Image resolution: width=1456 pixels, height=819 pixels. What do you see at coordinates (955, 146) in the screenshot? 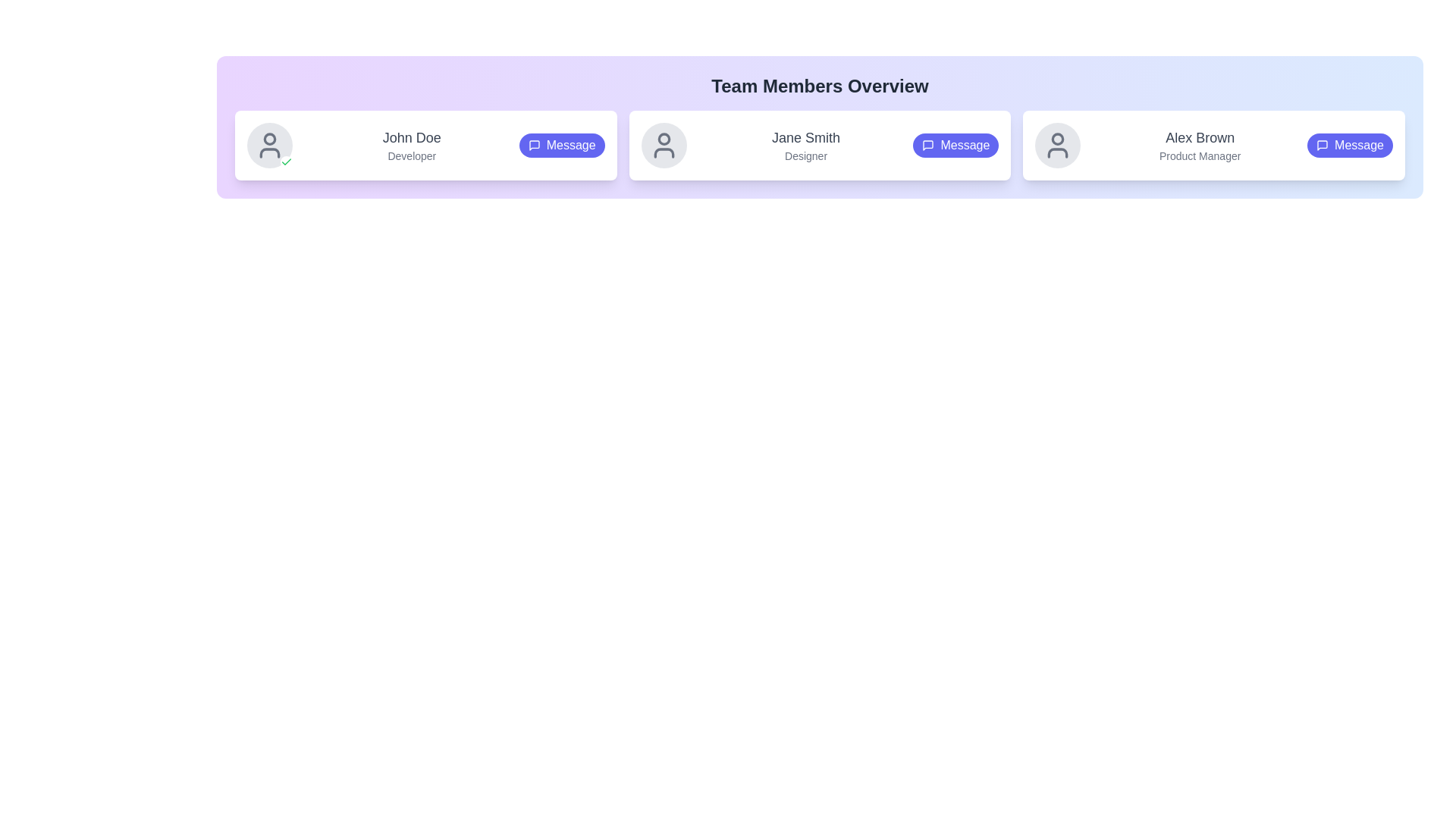
I see `the messaging button for 'Jane Smith' located in the bottom right corner of her card` at bounding box center [955, 146].